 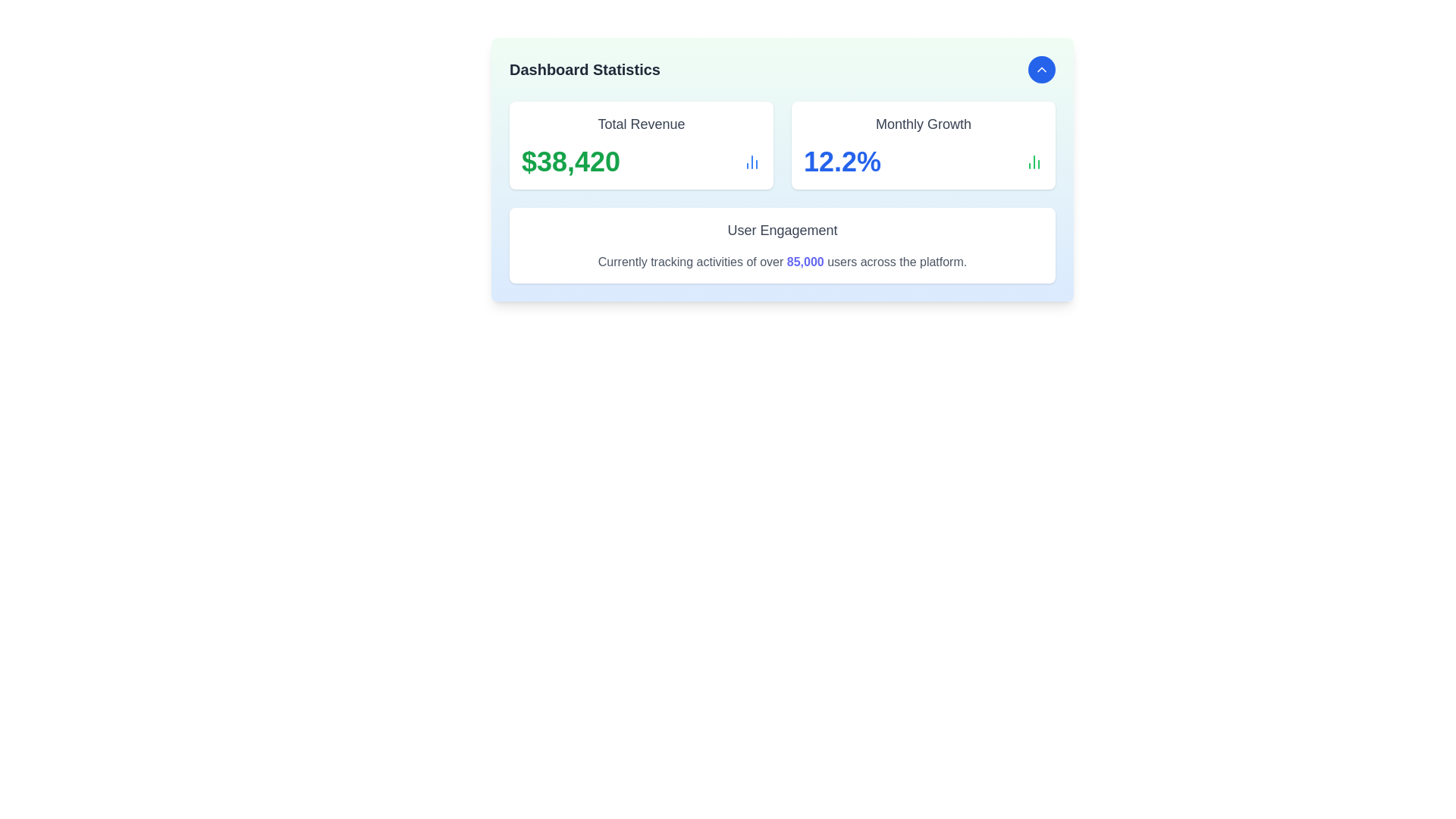 What do you see at coordinates (805, 261) in the screenshot?
I see `the text element displaying '85,000' in bold indigo color, located in the 'User Engagement' section of the dashboard` at bounding box center [805, 261].